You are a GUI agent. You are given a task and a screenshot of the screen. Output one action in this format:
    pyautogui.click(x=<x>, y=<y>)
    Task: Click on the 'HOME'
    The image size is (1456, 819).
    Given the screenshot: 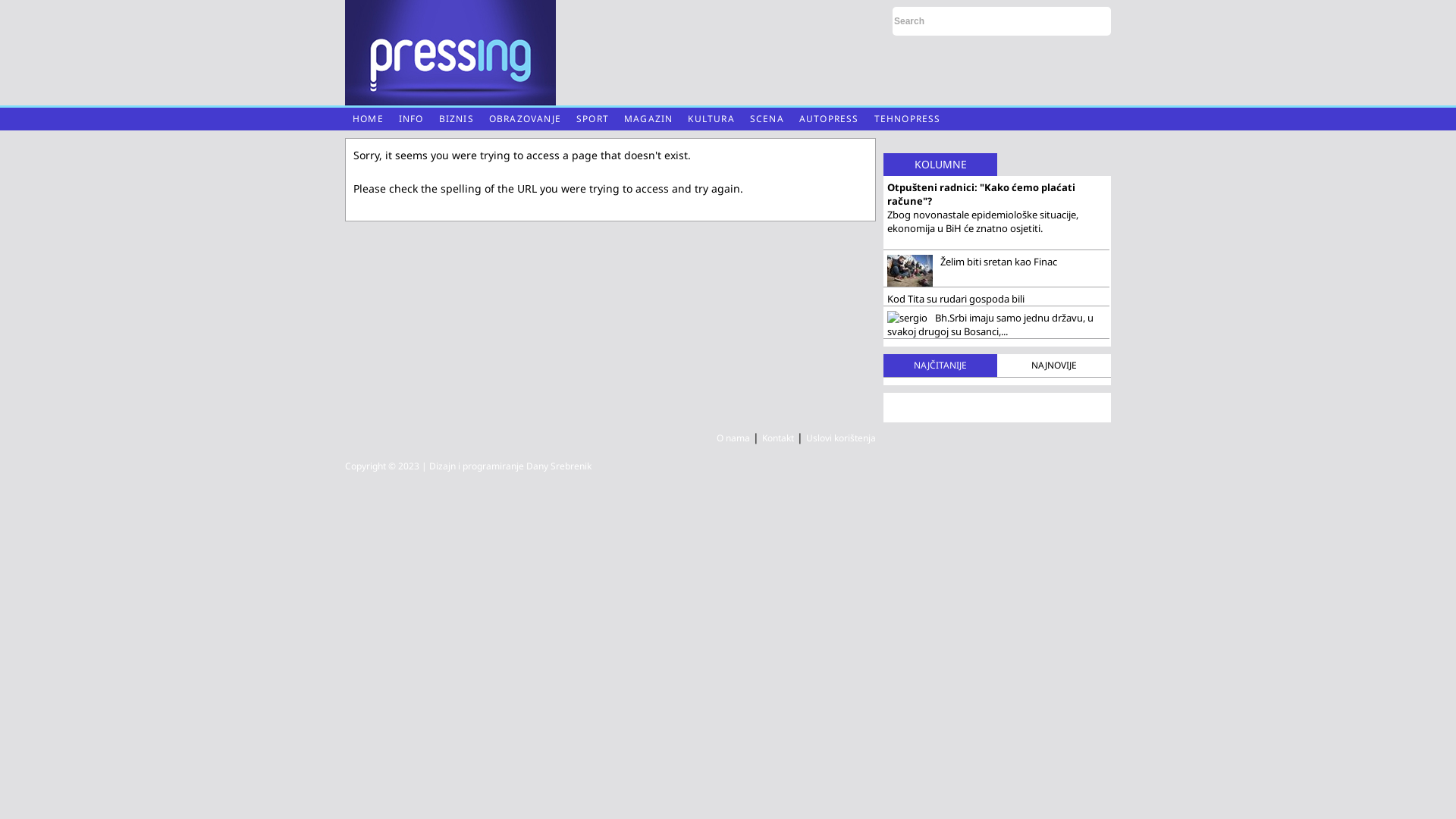 What is the action you would take?
    pyautogui.click(x=368, y=118)
    